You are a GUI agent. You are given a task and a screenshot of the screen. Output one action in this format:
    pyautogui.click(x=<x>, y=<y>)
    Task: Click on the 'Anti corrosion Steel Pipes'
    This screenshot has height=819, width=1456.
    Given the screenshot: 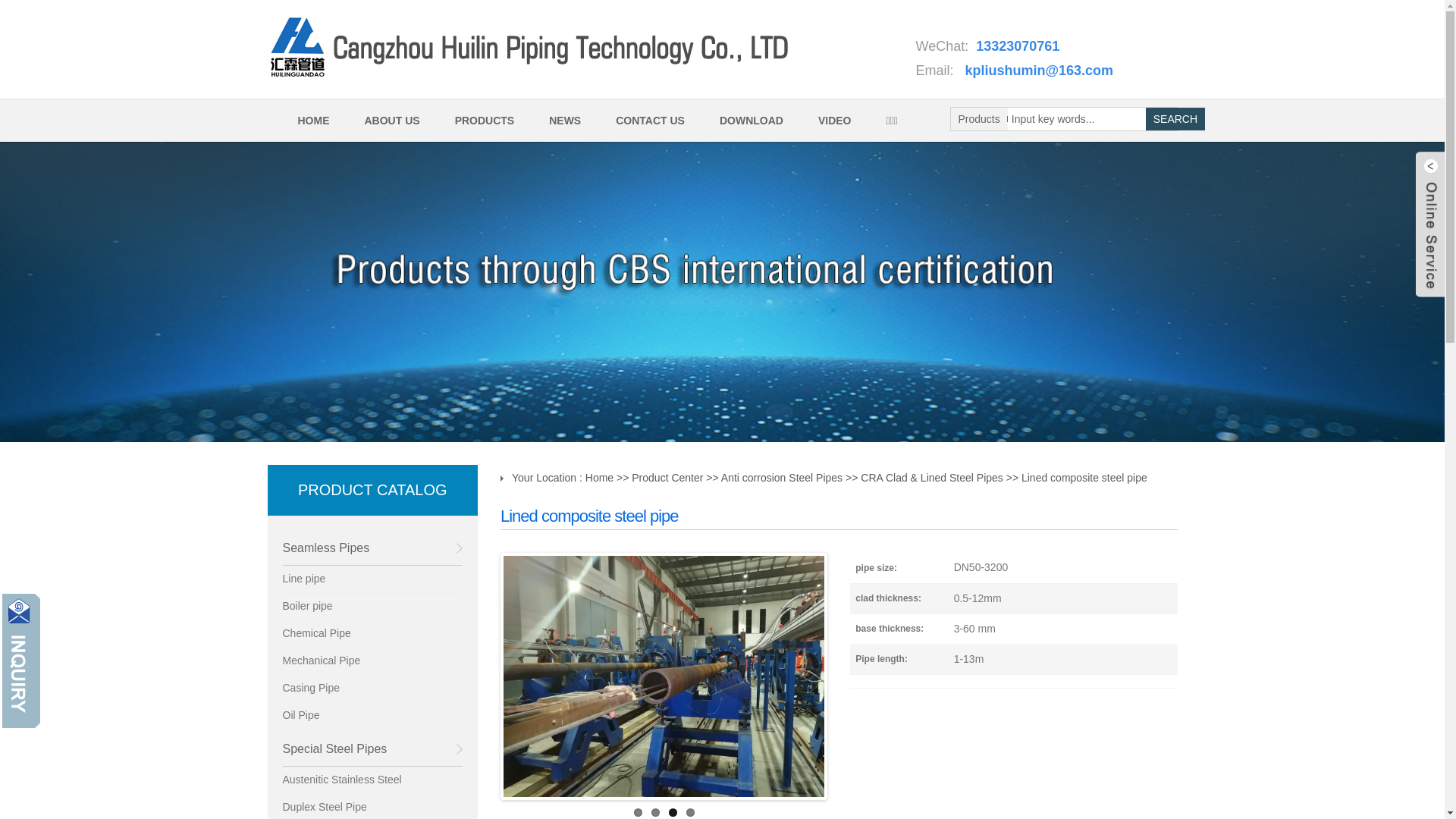 What is the action you would take?
    pyautogui.click(x=720, y=476)
    